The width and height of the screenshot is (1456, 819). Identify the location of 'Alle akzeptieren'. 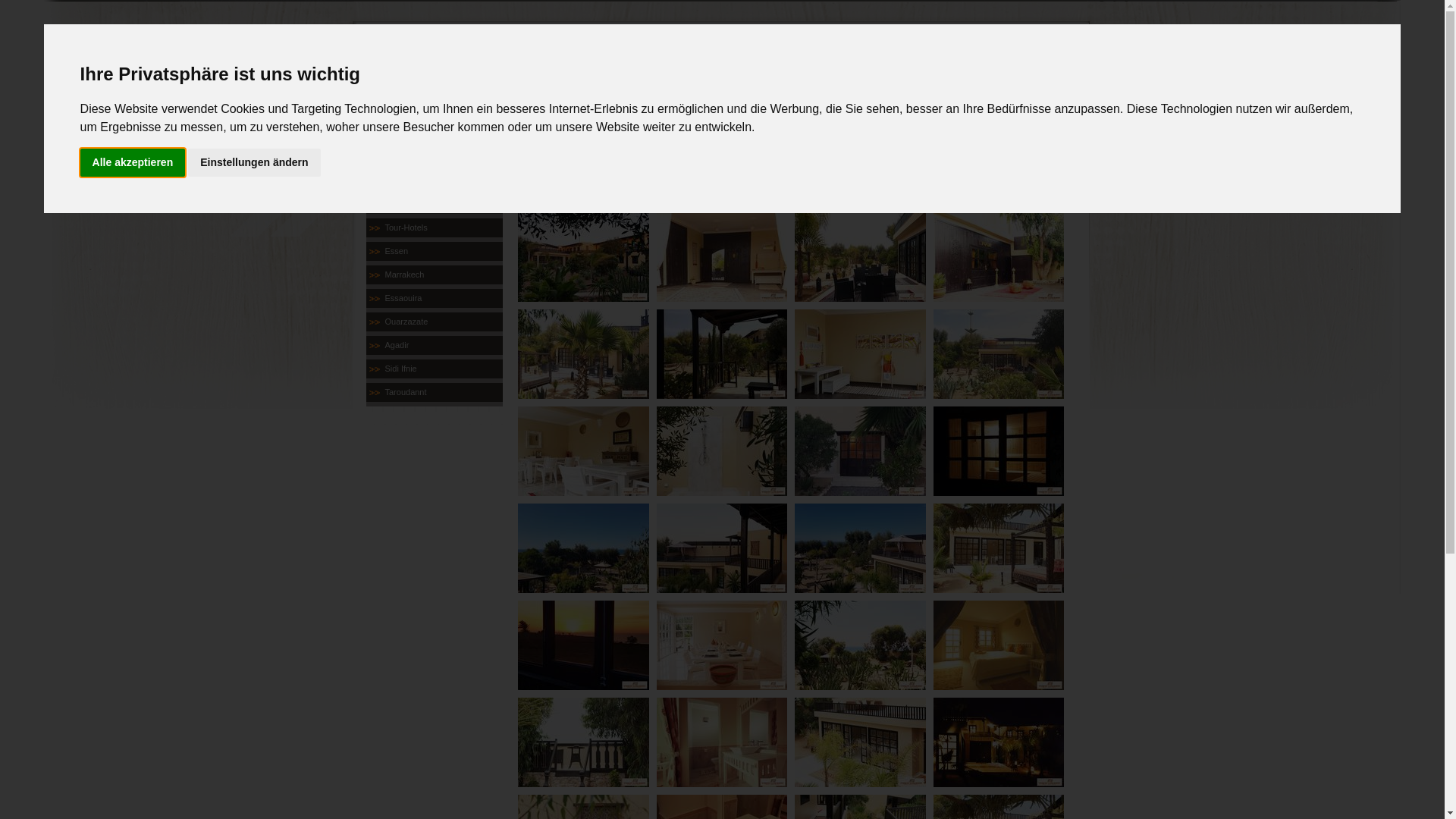
(133, 162).